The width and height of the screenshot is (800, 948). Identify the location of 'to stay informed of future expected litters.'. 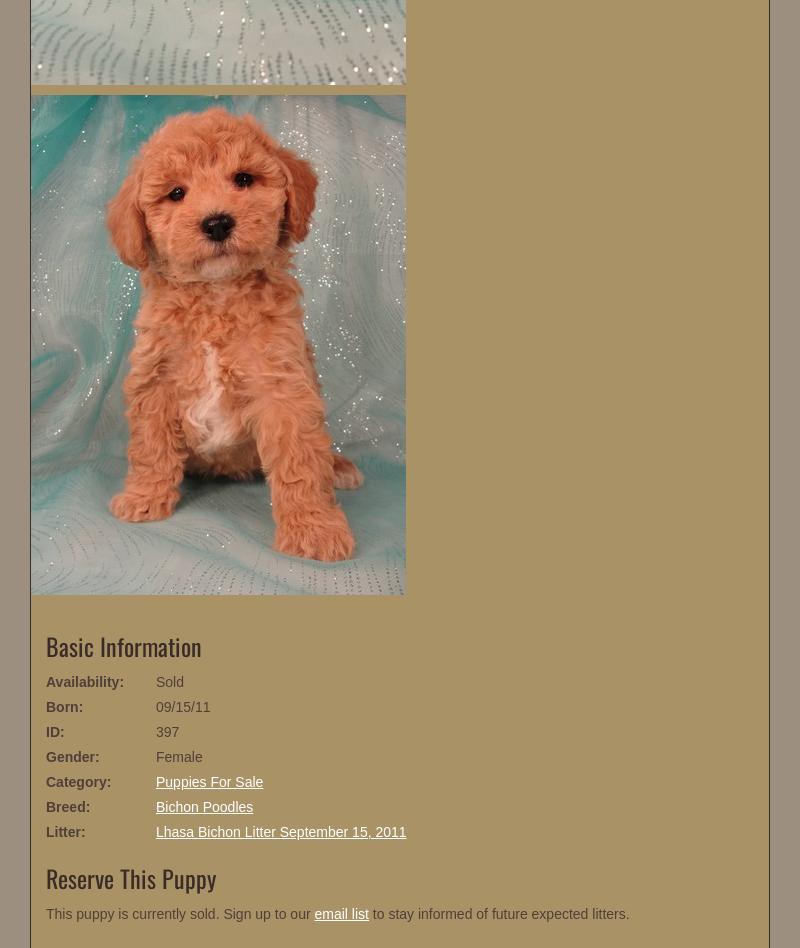
(498, 912).